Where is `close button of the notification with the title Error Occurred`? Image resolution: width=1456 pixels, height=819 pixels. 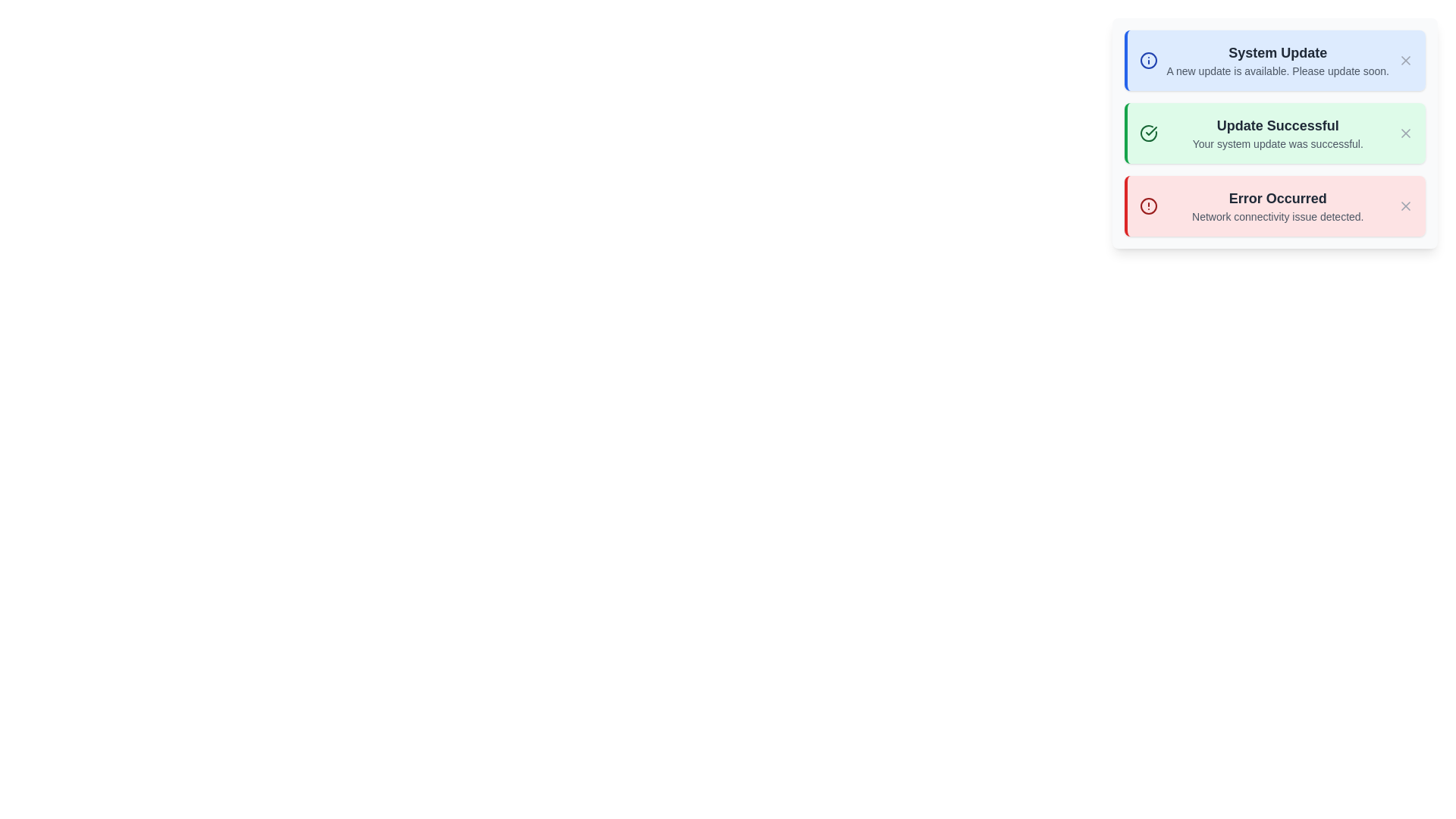 close button of the notification with the title Error Occurred is located at coordinates (1404, 206).